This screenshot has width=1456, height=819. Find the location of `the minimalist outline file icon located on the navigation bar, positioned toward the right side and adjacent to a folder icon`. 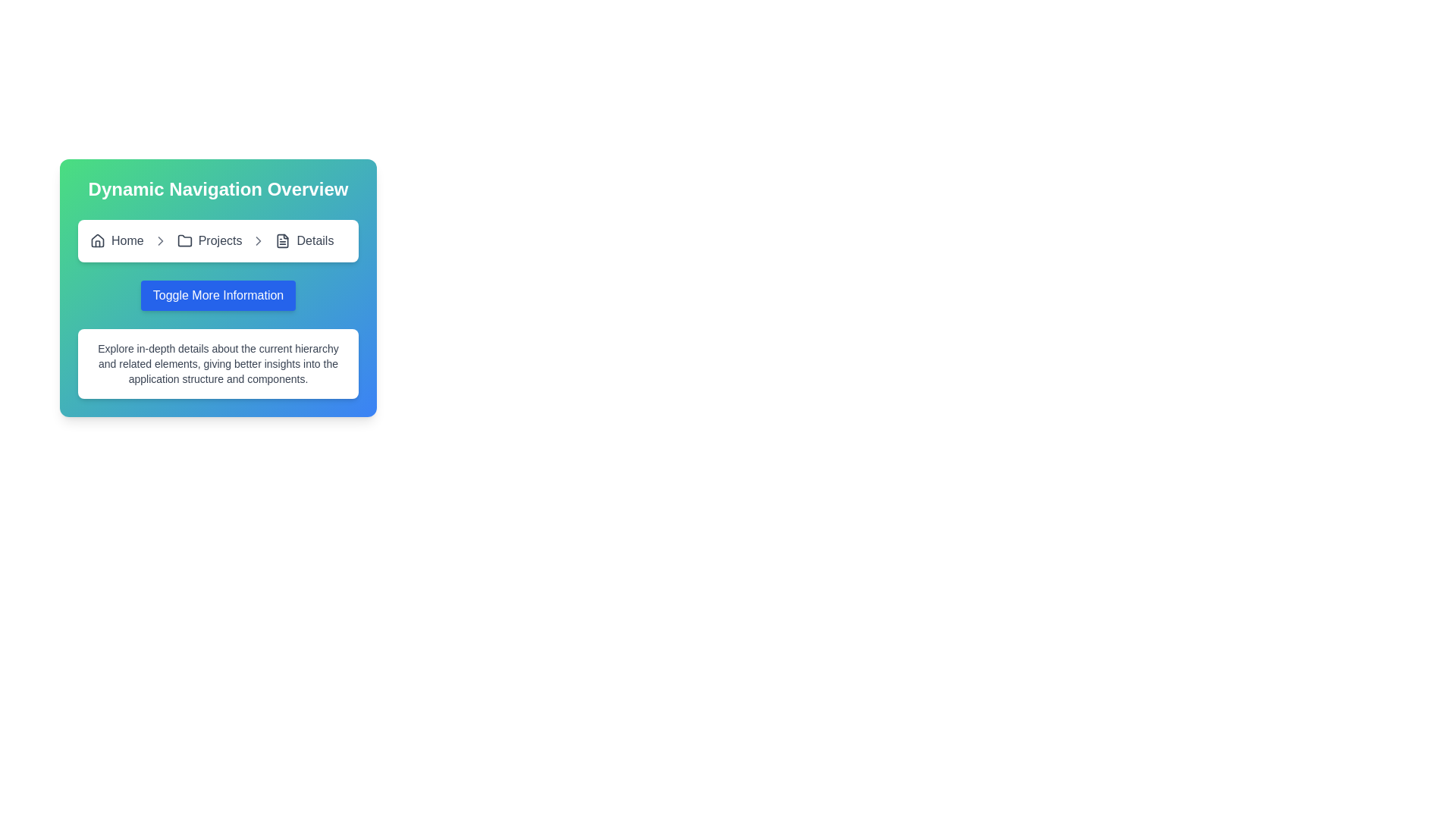

the minimalist outline file icon located on the navigation bar, positioned toward the right side and adjacent to a folder icon is located at coordinates (283, 240).